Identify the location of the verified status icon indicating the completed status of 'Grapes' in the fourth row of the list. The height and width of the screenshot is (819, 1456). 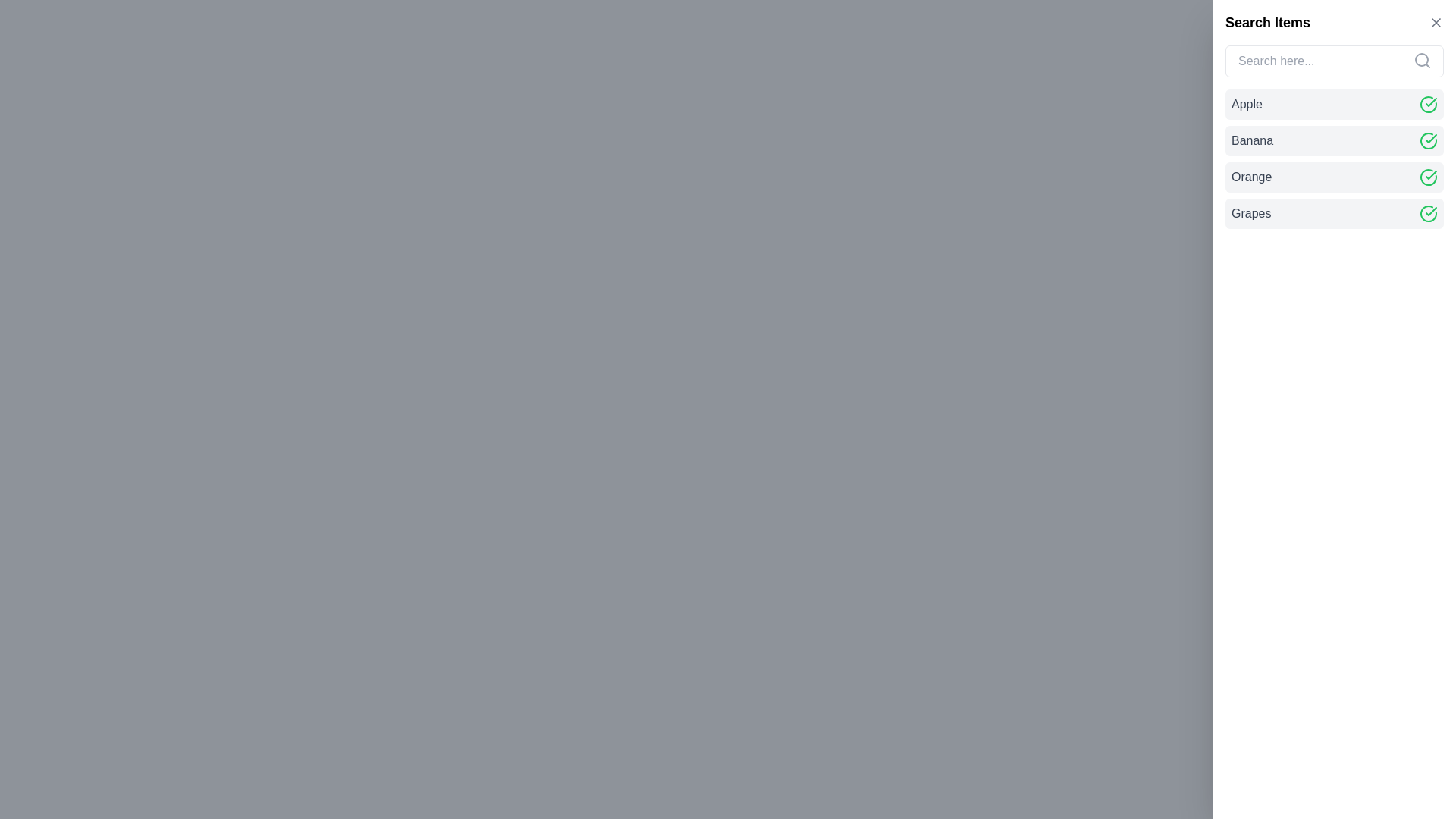
(1430, 211).